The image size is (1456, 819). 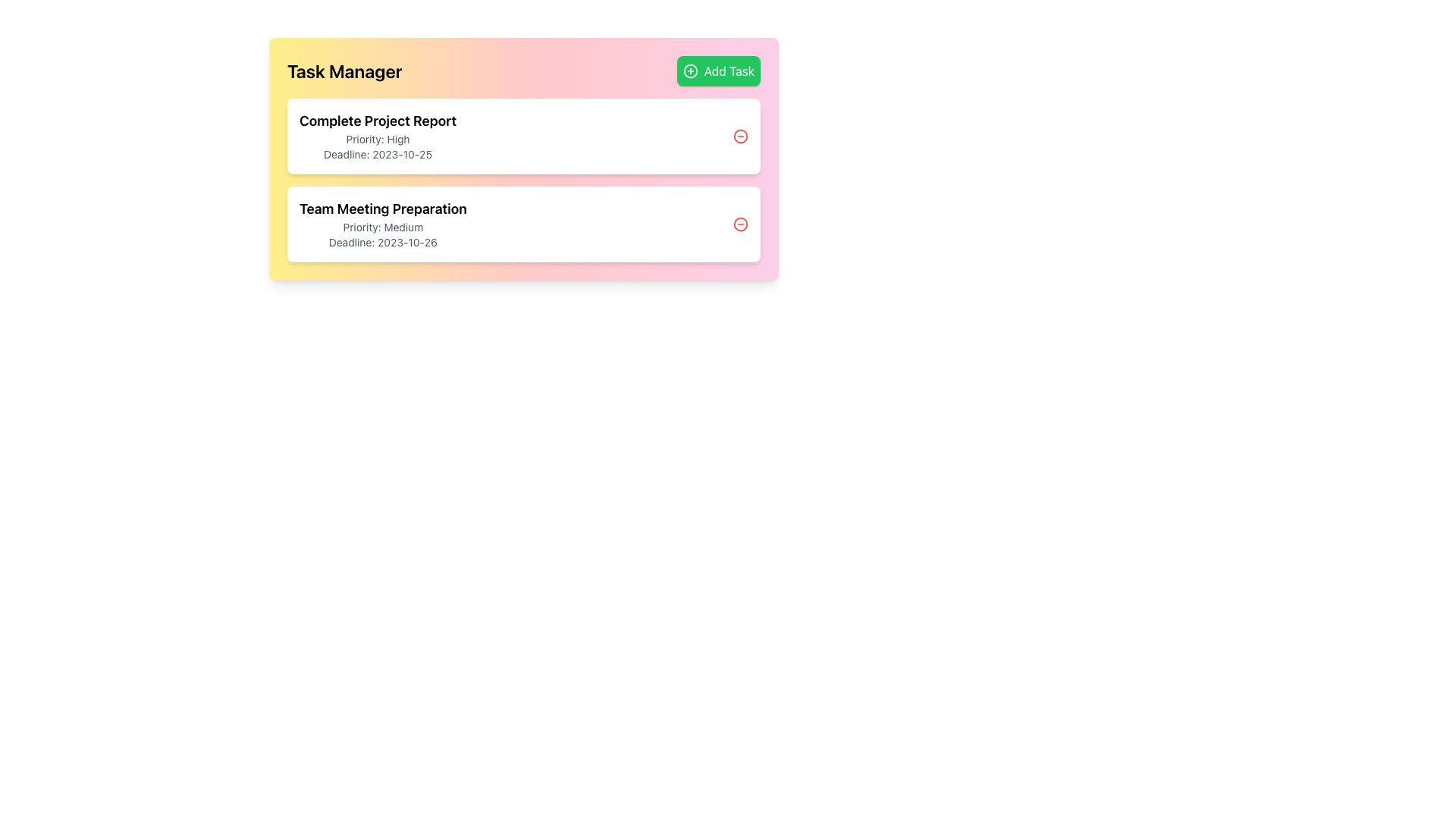 What do you see at coordinates (524, 180) in the screenshot?
I see `the 'Team Meeting Preparation' task item in the Task Manager section` at bounding box center [524, 180].